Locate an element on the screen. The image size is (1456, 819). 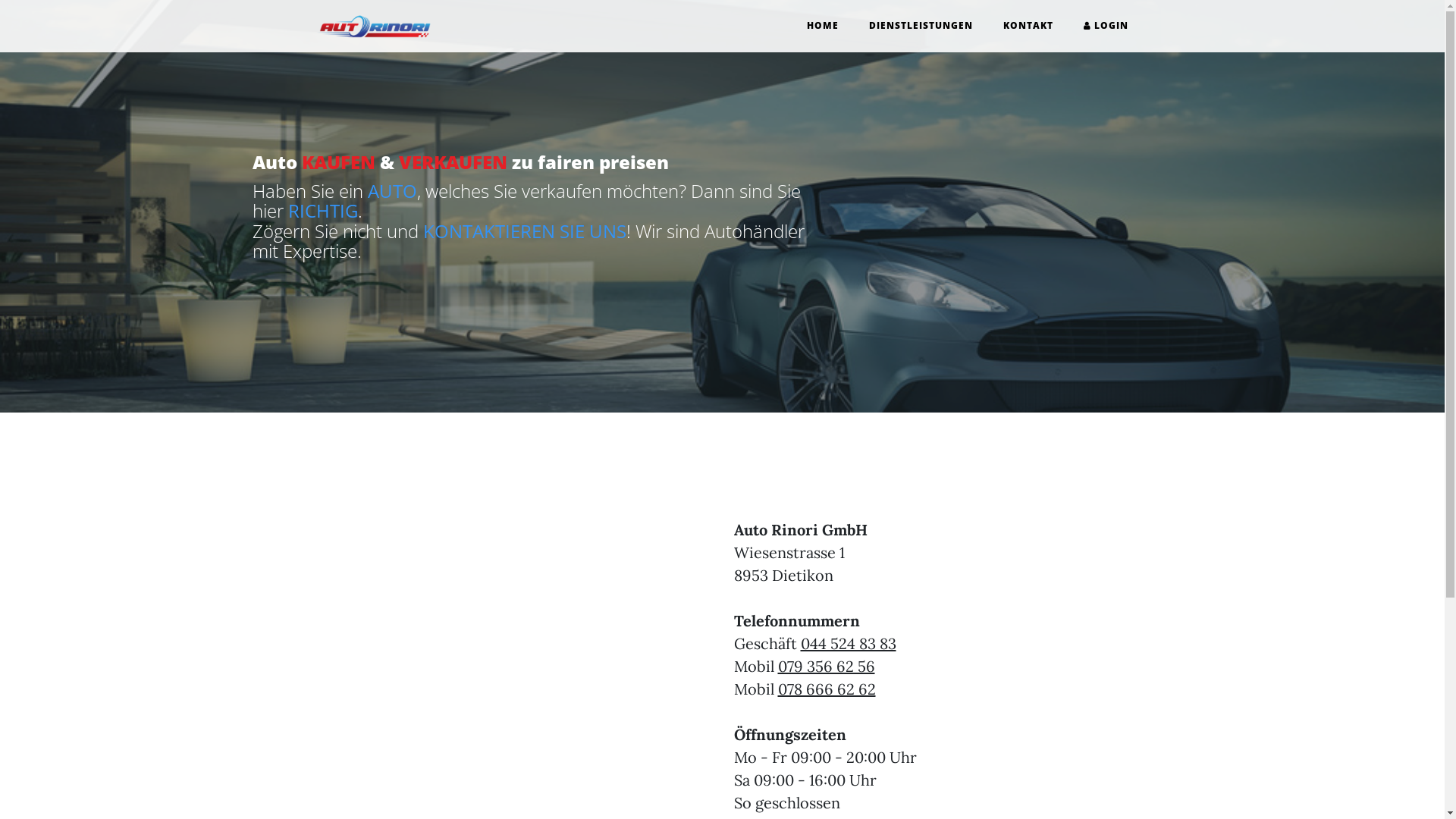
'044 524 83 83' is located at coordinates (800, 643).